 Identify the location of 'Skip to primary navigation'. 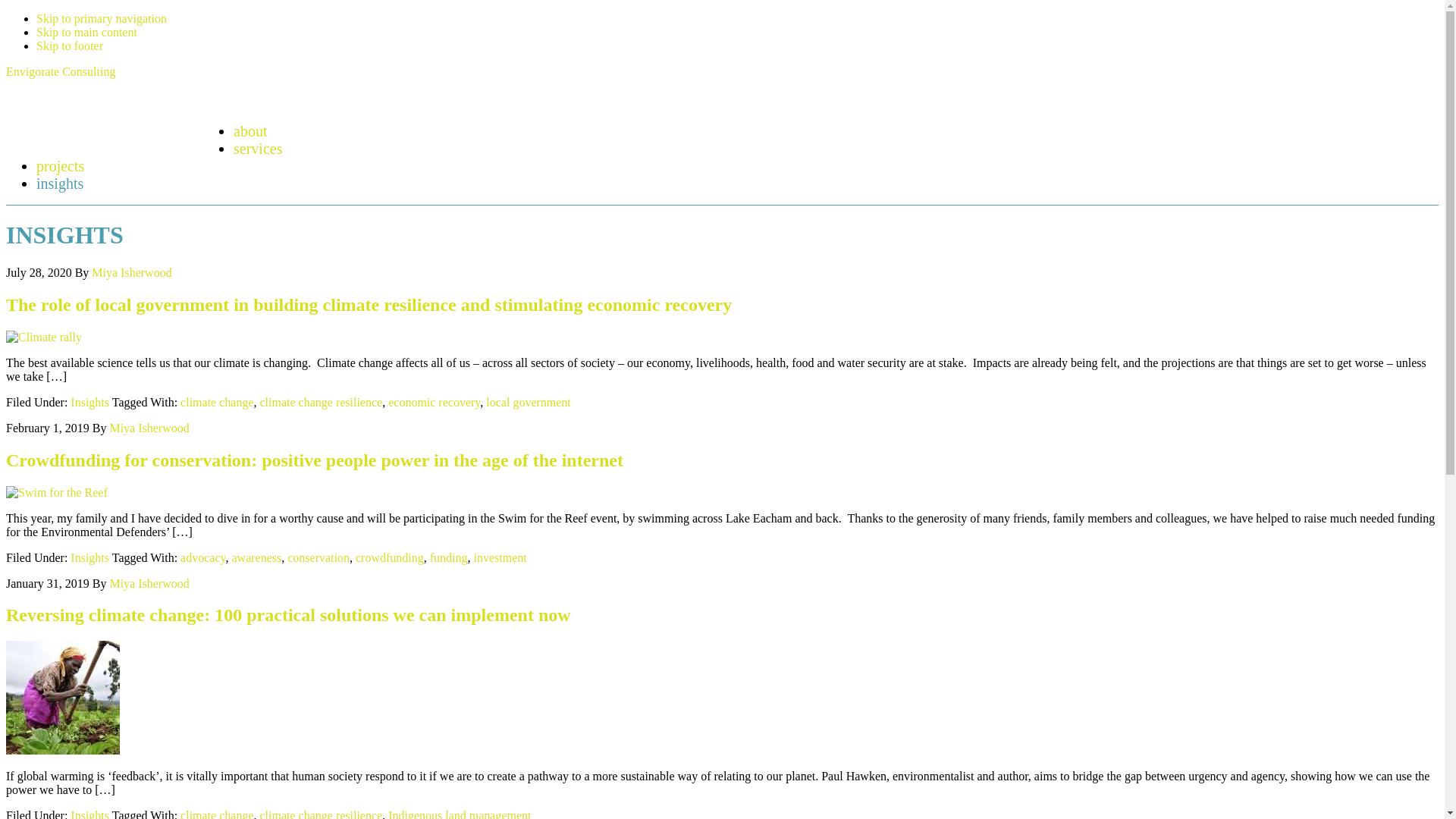
(36, 18).